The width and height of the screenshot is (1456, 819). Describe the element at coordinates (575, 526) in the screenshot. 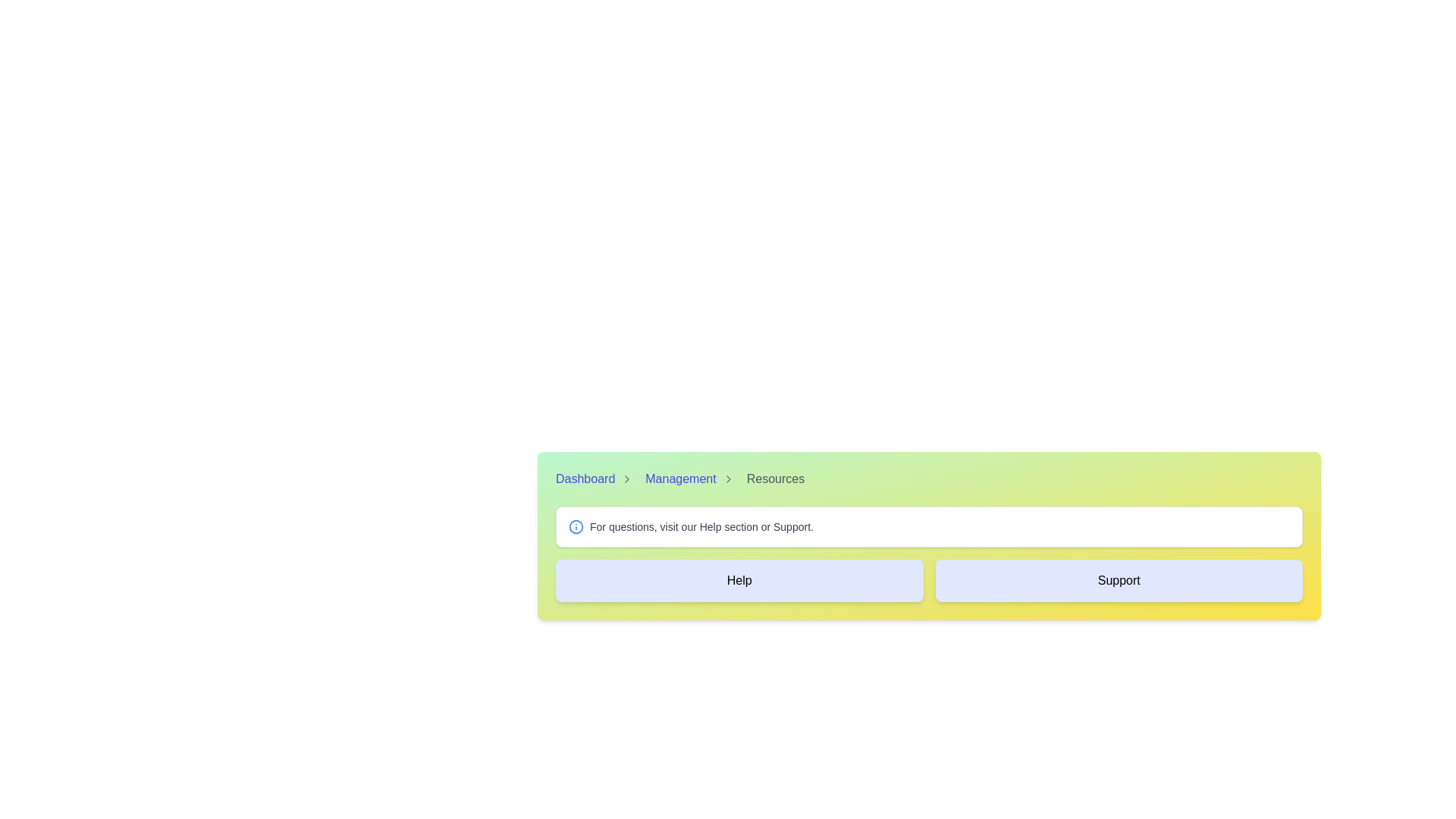

I see `the circular SVG graphic icon with a blue perimeter, located on the left side of the informational bar` at that location.